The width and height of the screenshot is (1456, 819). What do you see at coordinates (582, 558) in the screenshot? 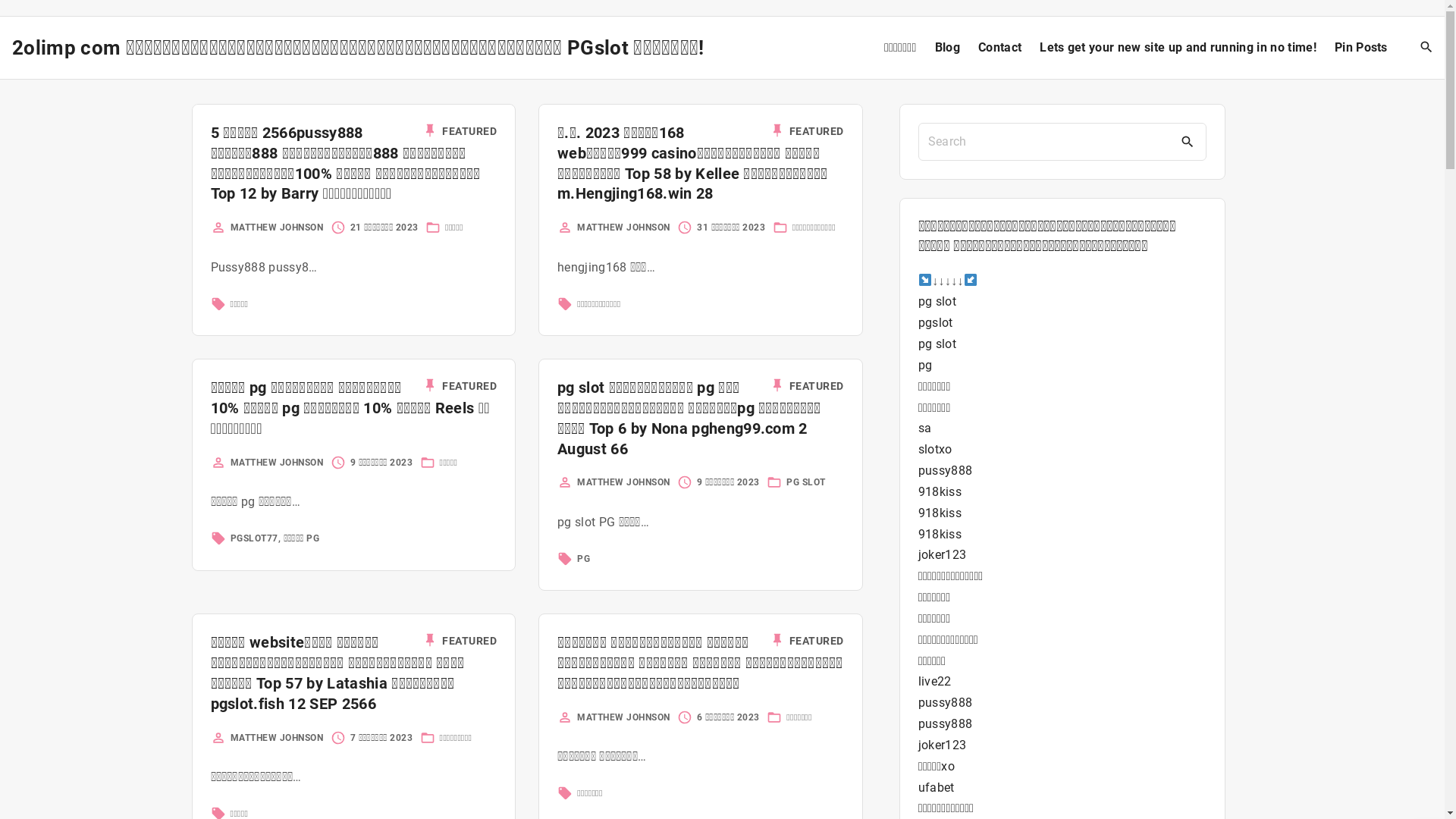
I see `'PG'` at bounding box center [582, 558].